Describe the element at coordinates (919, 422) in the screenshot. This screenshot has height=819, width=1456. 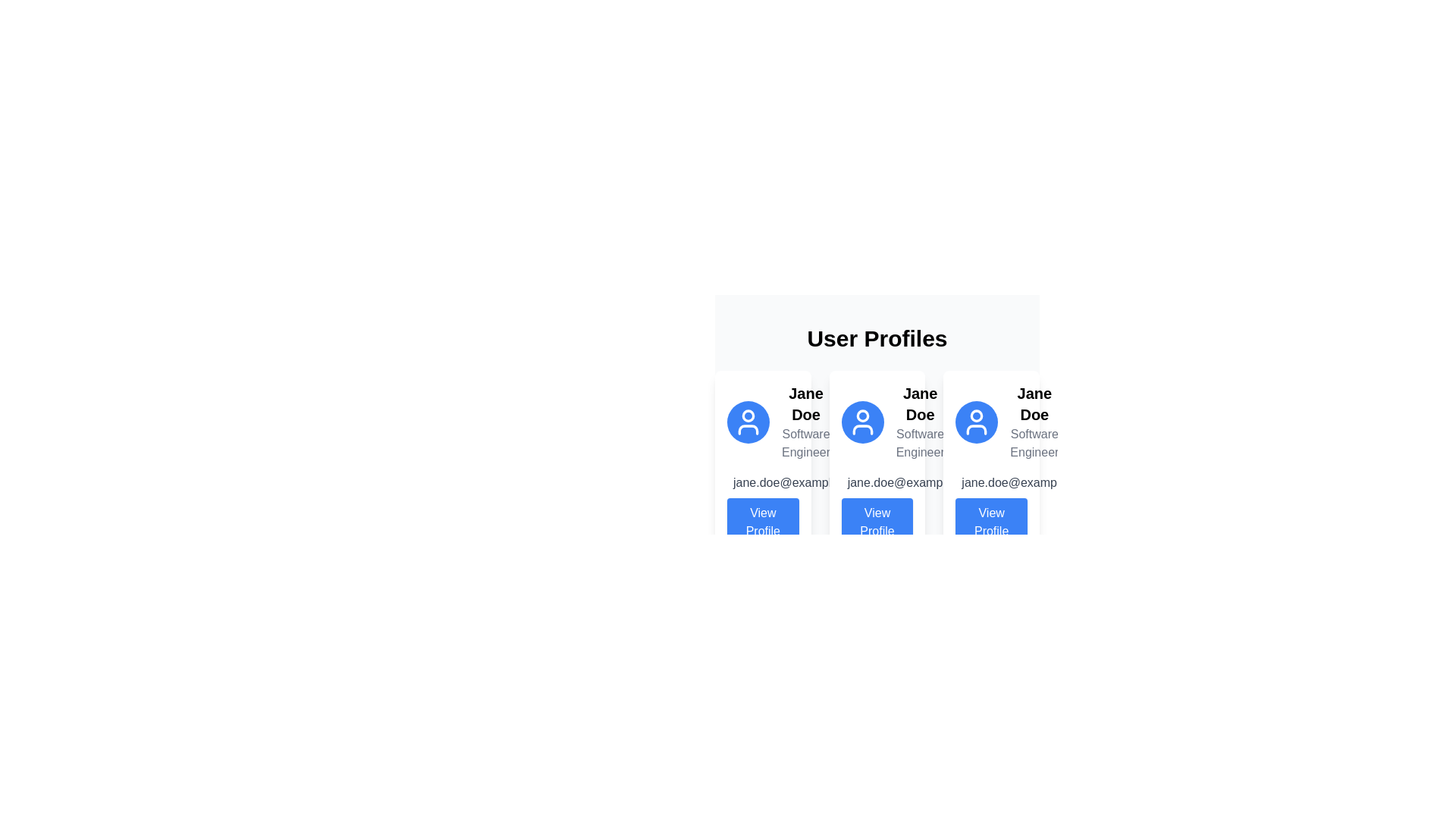
I see `the textual content area displaying the user's name and professional title within the second profile card, located directly under the circular user avatar` at that location.